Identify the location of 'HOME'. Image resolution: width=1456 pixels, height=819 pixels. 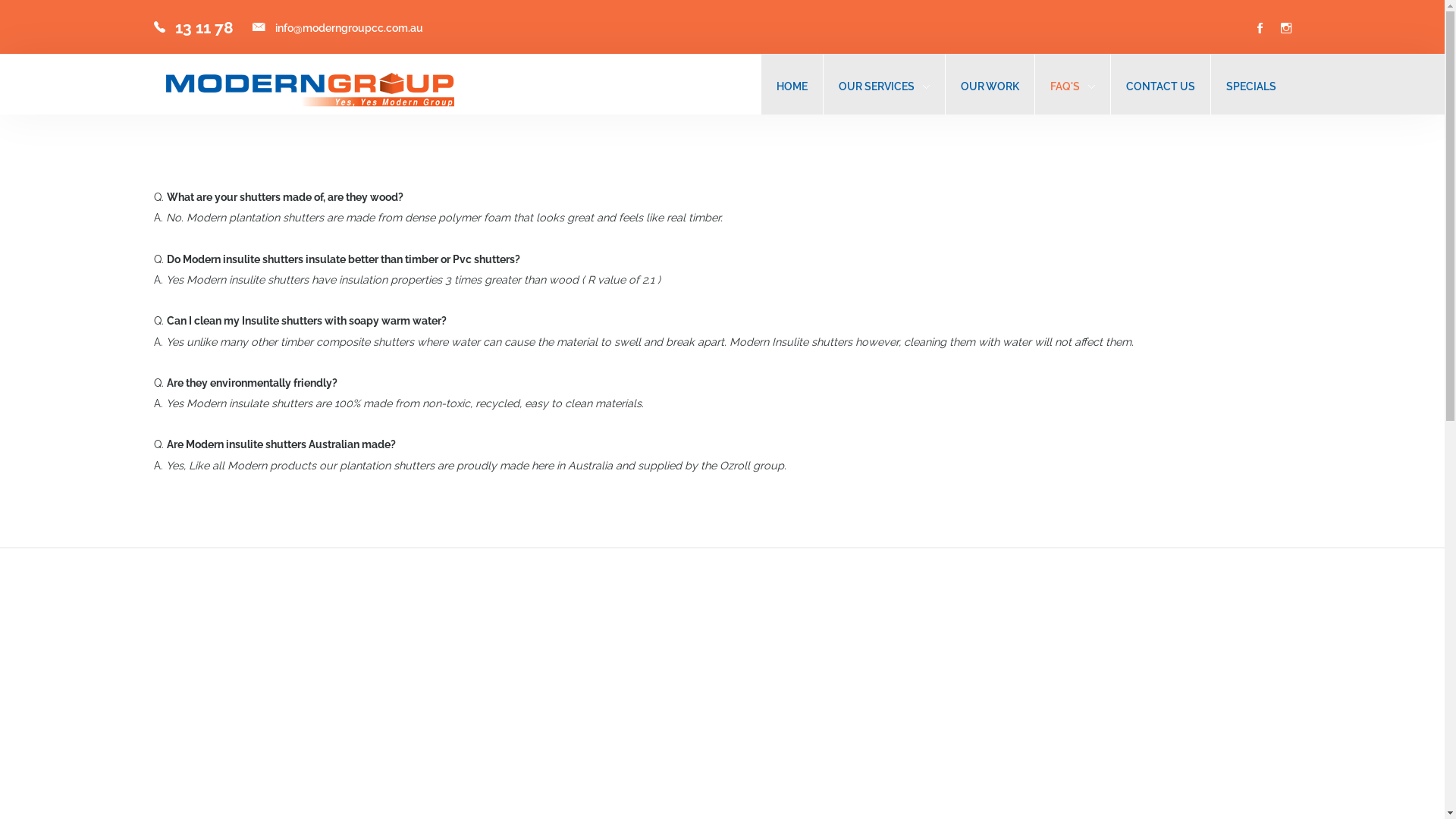
(791, 86).